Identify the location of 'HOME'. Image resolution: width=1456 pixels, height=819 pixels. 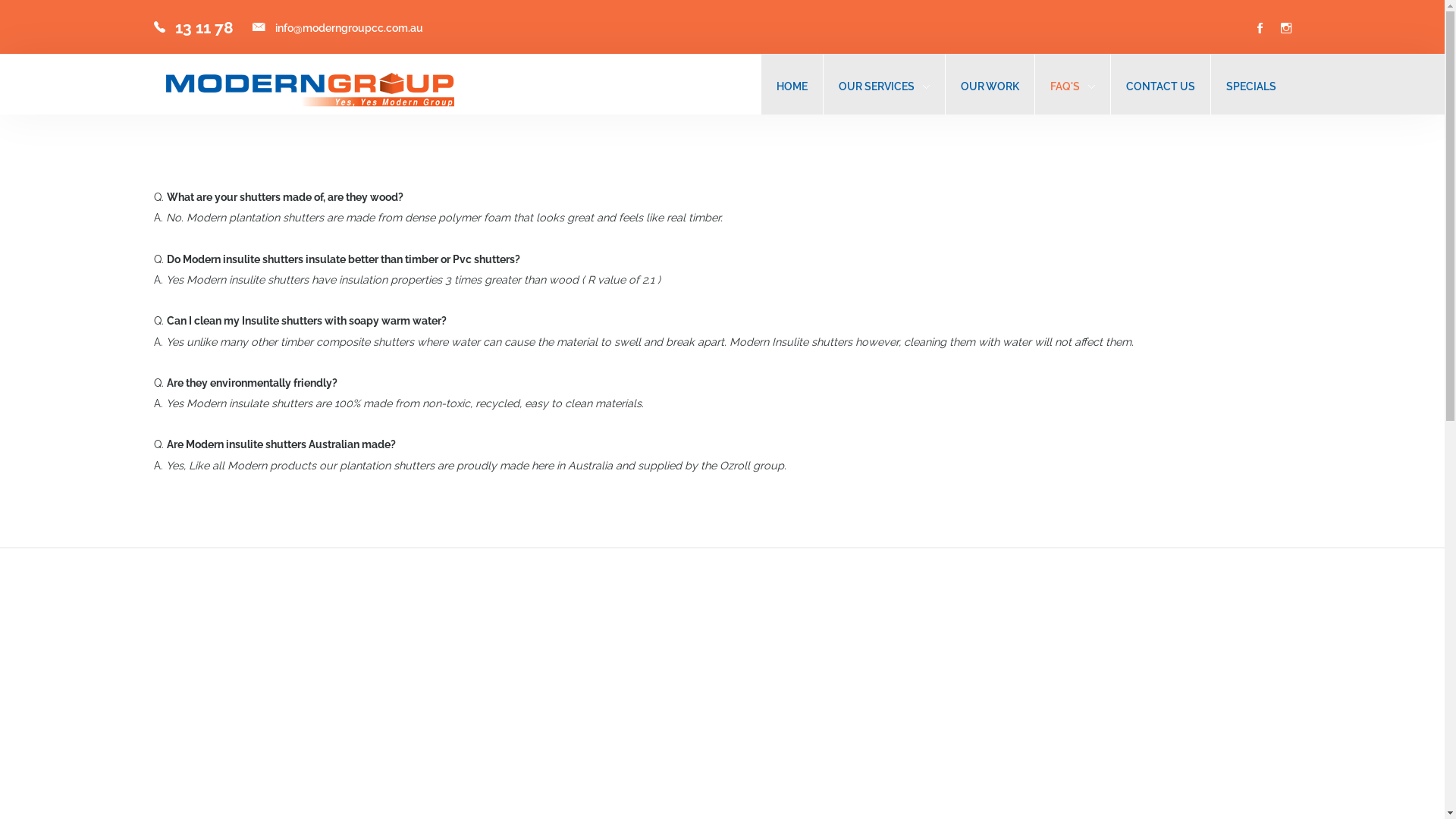
(791, 86).